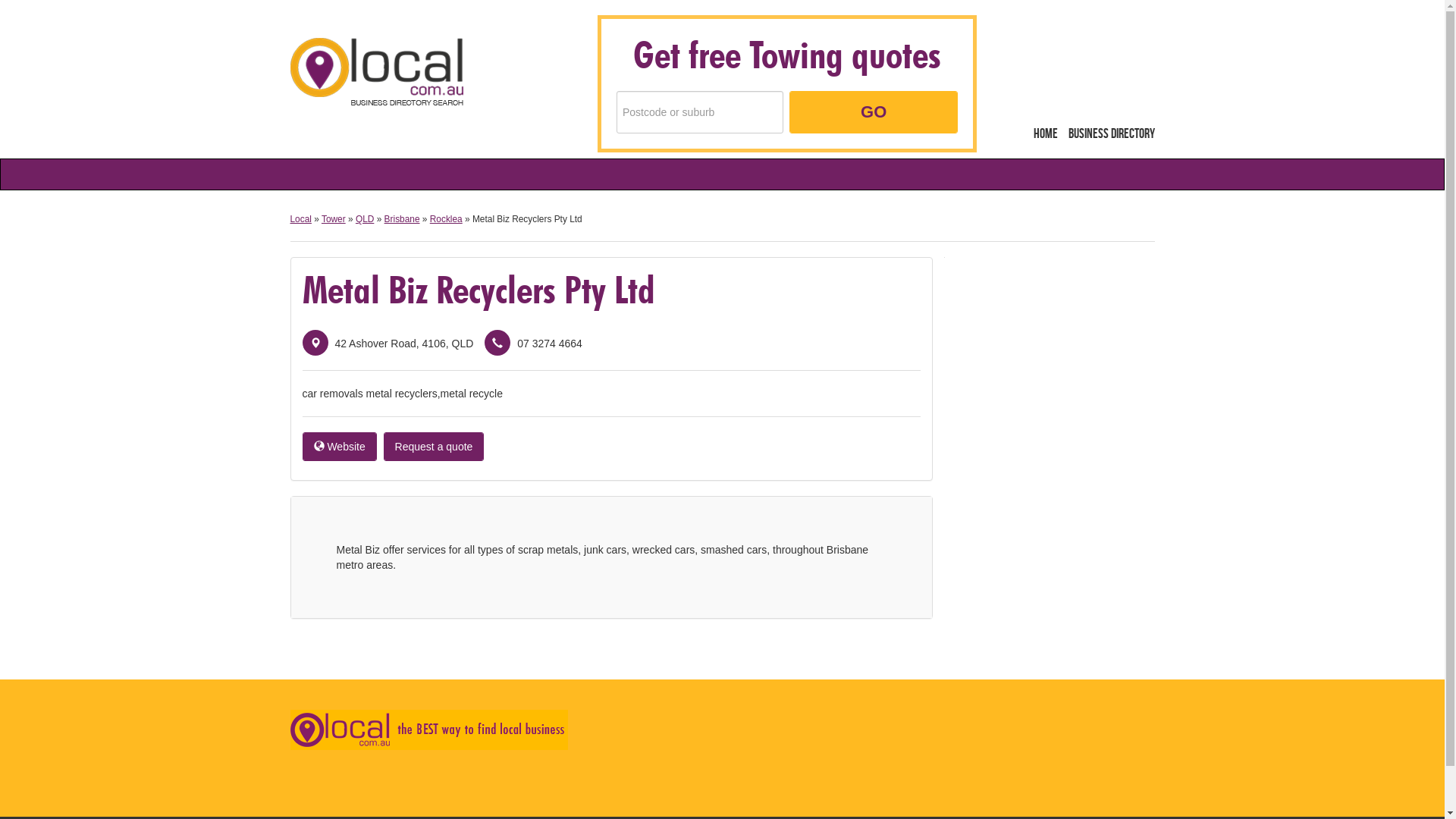 Image resolution: width=1456 pixels, height=819 pixels. What do you see at coordinates (300, 219) in the screenshot?
I see `'Local'` at bounding box center [300, 219].